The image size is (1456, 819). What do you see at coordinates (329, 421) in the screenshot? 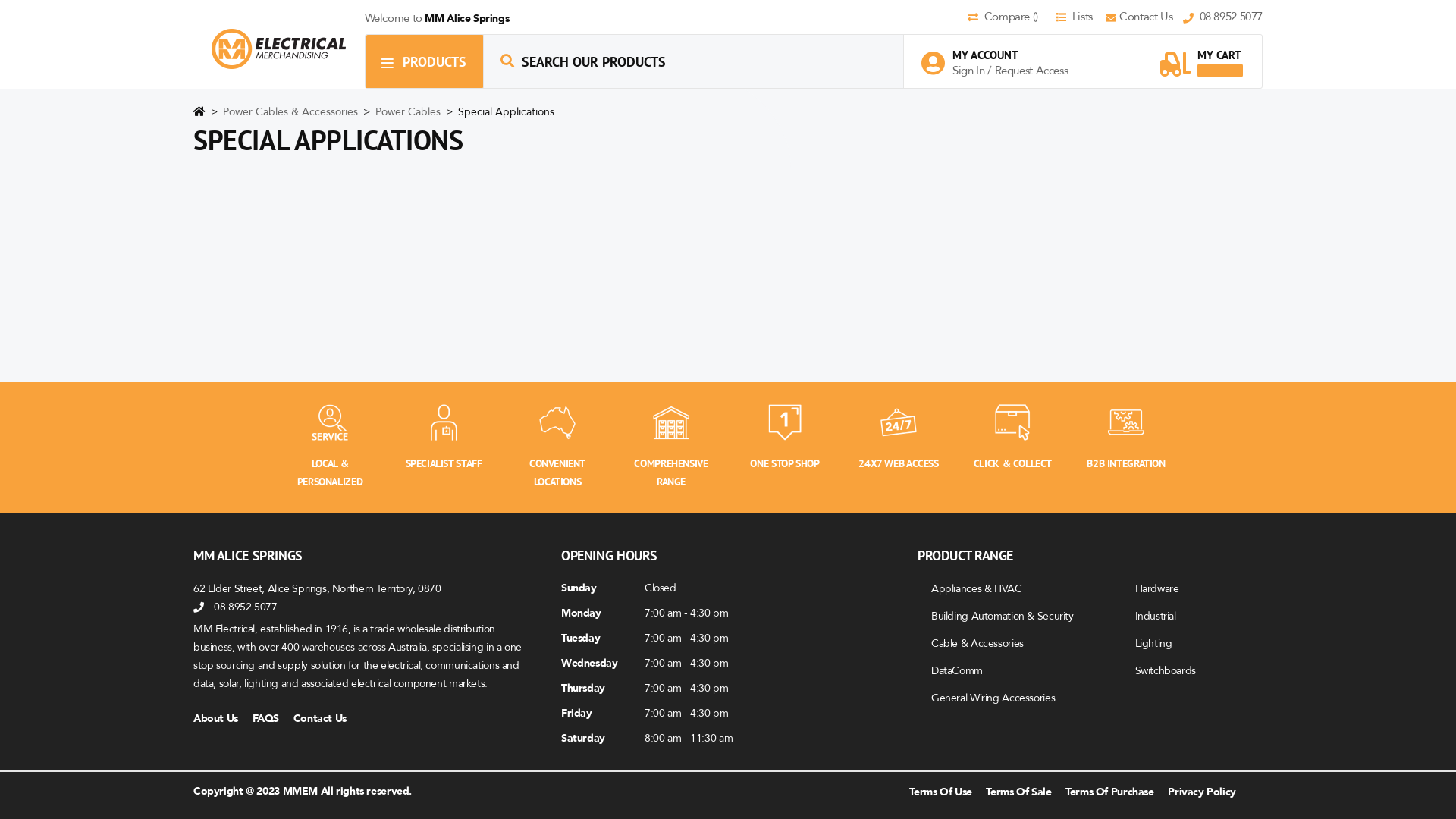
I see `'Local & Personalized'` at bounding box center [329, 421].